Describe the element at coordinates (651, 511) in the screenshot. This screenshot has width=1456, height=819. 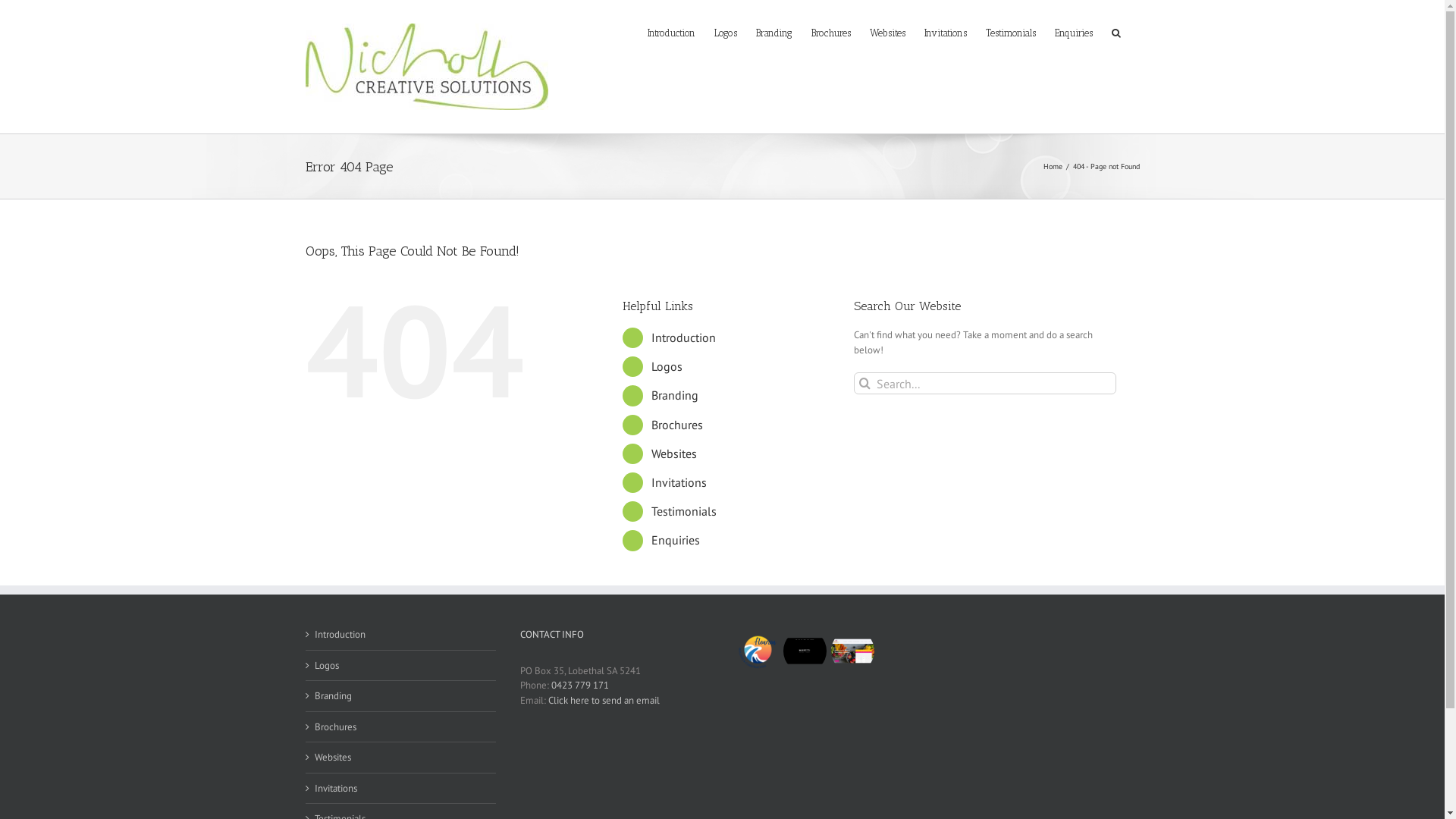
I see `'Testimonials'` at that location.